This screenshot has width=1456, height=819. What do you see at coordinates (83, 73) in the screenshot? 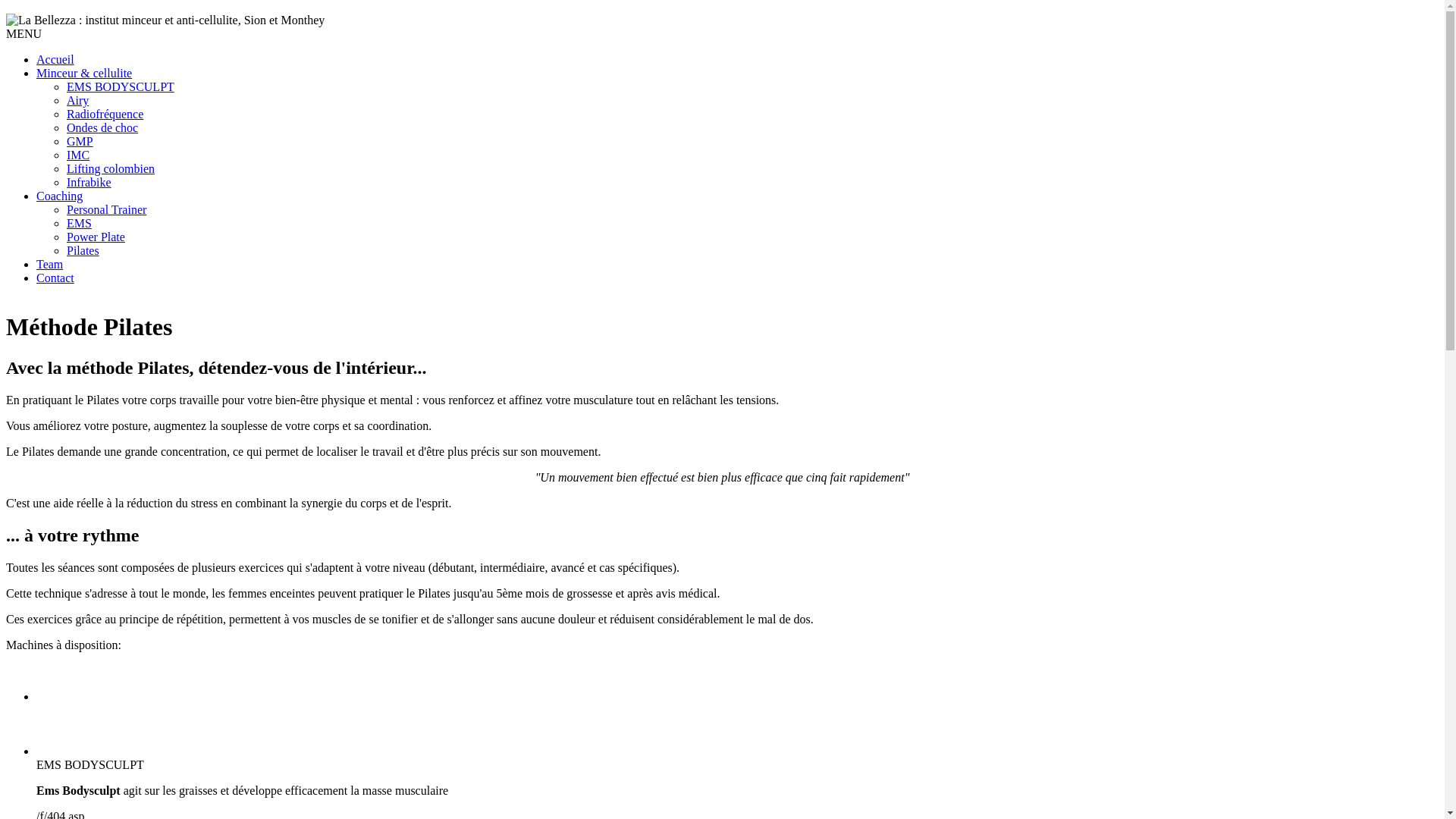
I see `'Minceur & cellulite'` at bounding box center [83, 73].